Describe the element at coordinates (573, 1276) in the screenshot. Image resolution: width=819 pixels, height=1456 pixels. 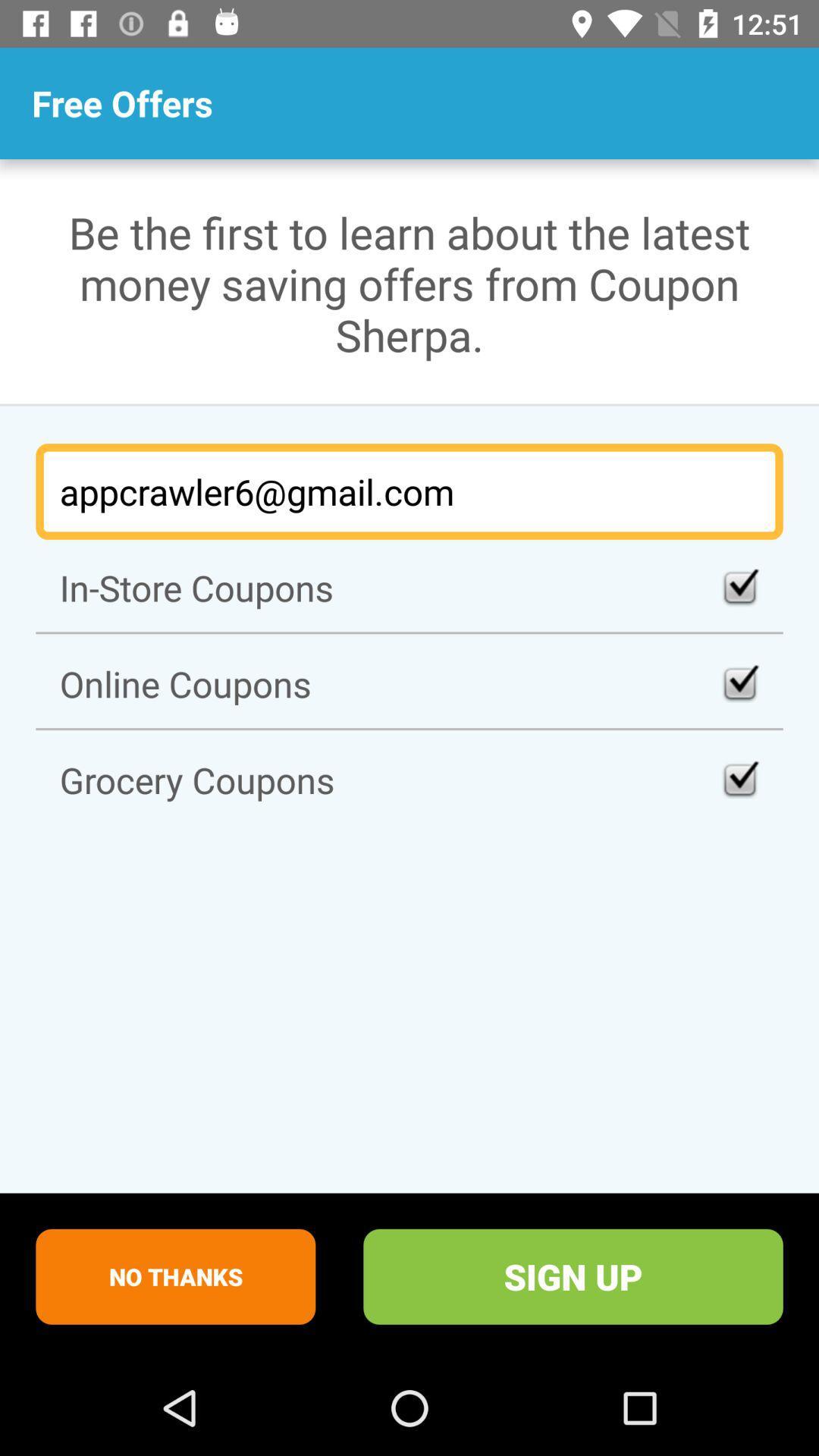
I see `the icon next to the no thanks` at that location.